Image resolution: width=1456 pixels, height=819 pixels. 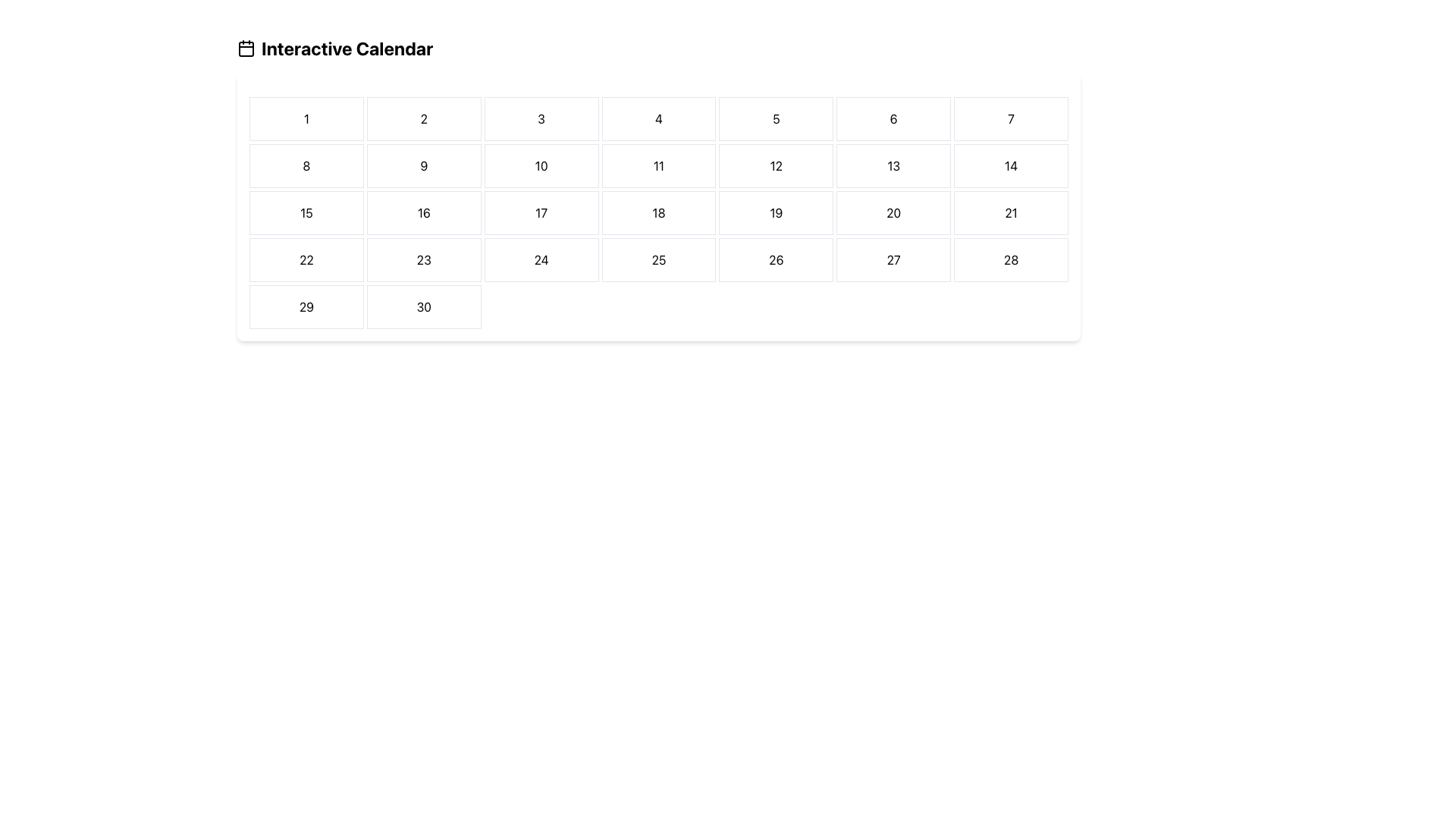 I want to click on the fifth grid cell in the first row of the calendar interface, so click(x=776, y=118).